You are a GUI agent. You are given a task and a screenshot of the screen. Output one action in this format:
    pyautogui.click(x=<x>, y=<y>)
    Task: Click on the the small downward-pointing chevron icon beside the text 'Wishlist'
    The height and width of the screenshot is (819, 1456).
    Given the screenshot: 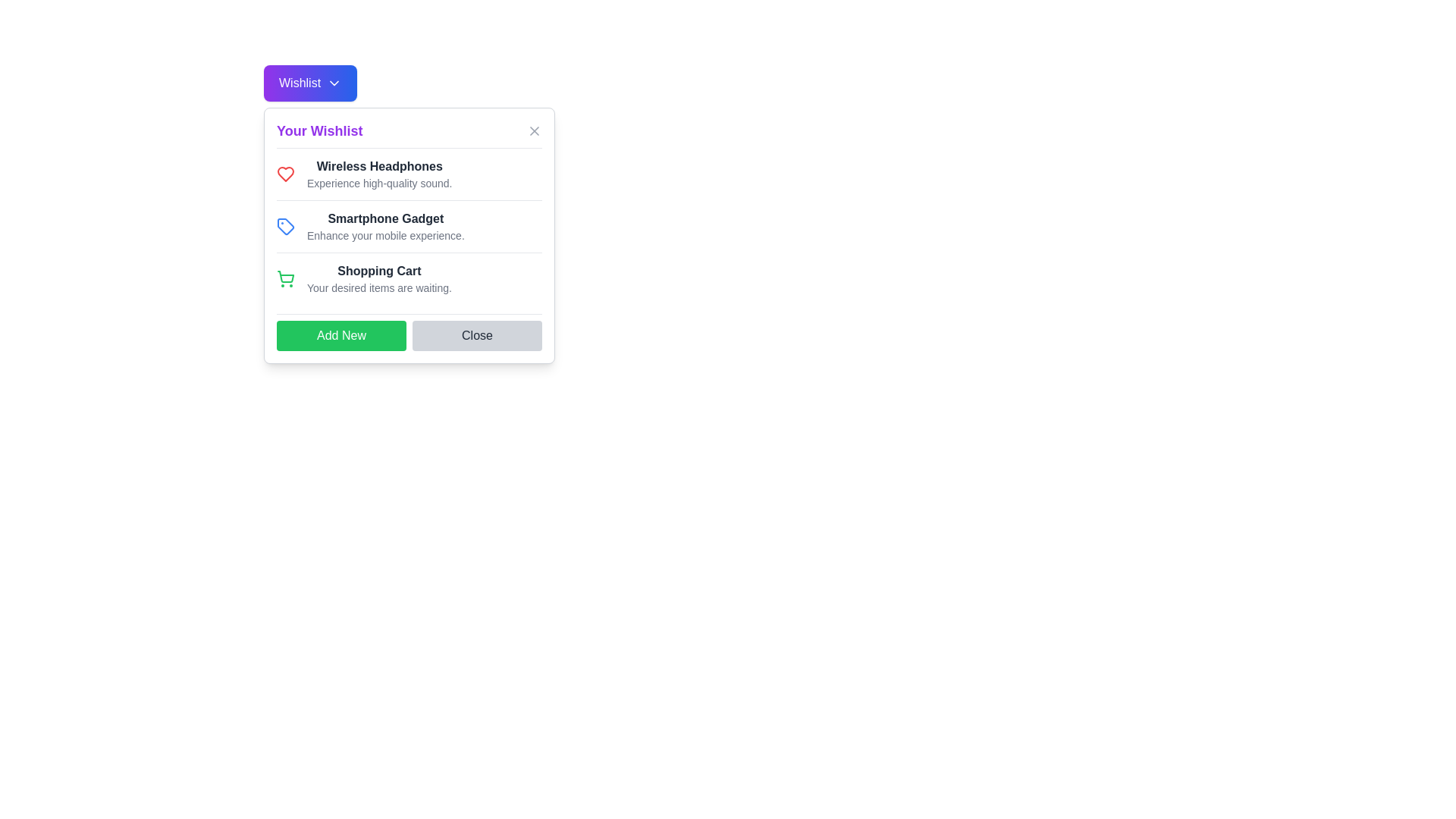 What is the action you would take?
    pyautogui.click(x=334, y=83)
    